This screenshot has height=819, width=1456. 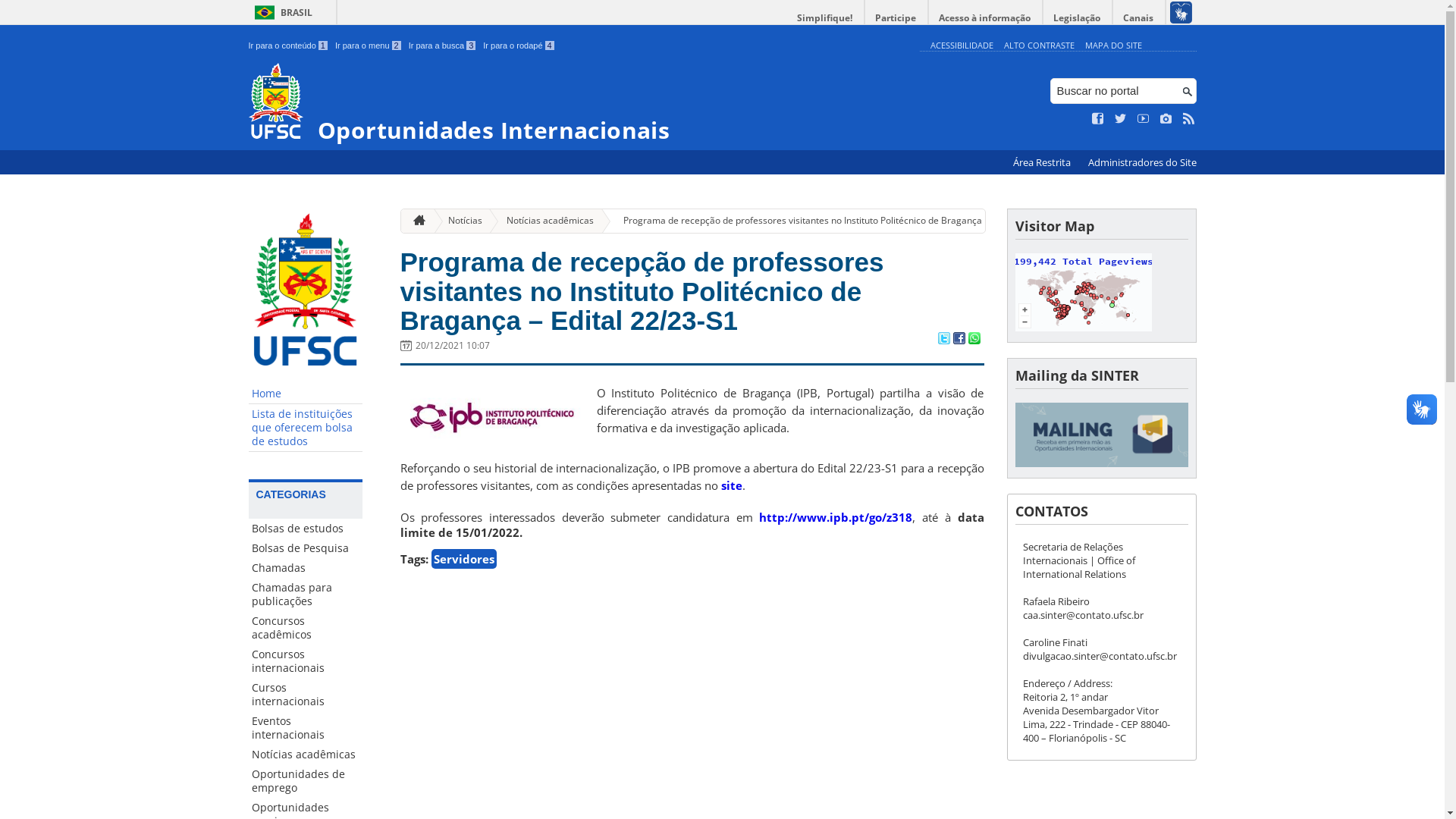 What do you see at coordinates (579, 102) in the screenshot?
I see `'Oportunidades Internacionais'` at bounding box center [579, 102].